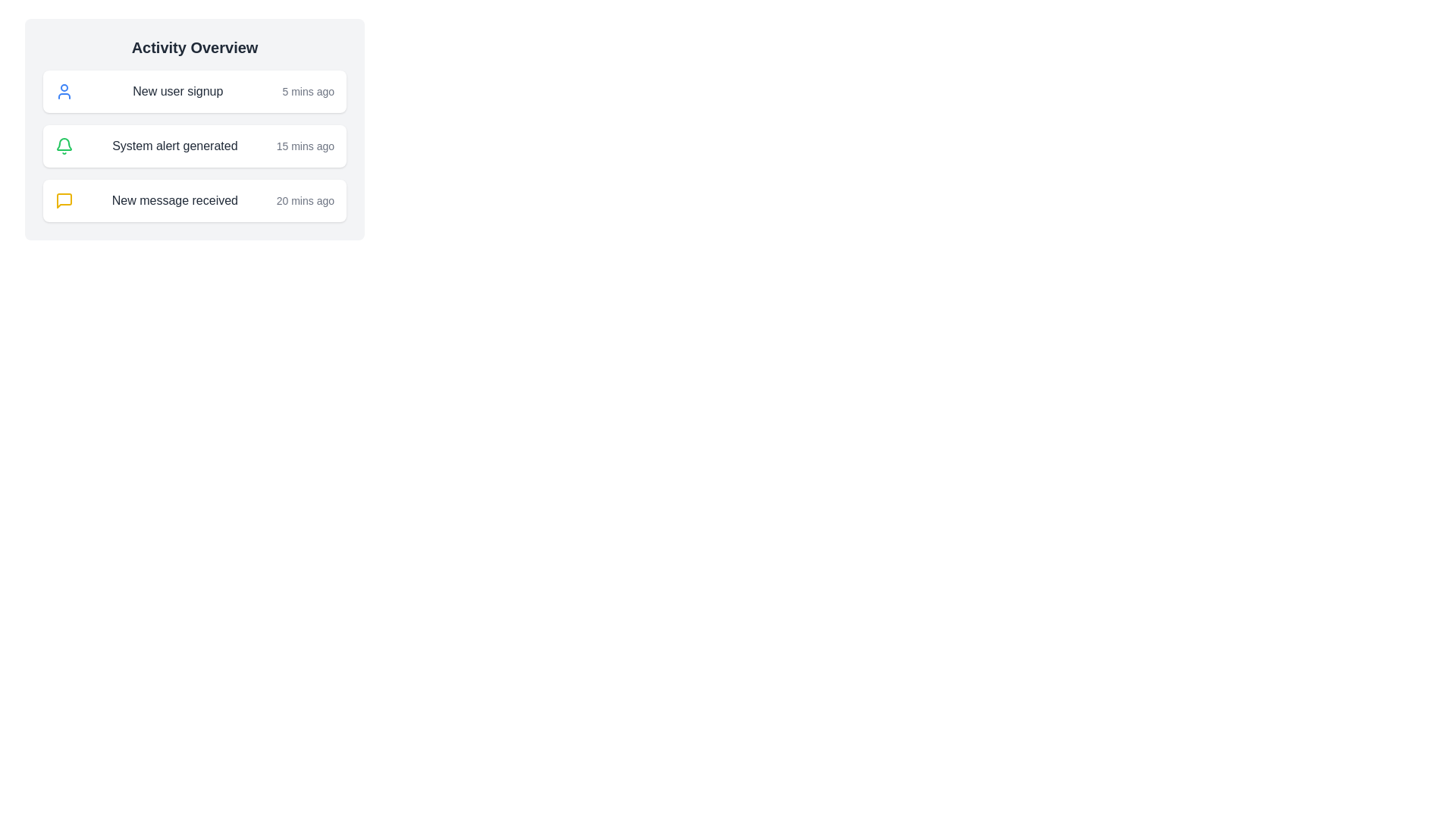 The height and width of the screenshot is (819, 1456). I want to click on the bell icon that indicates a system-generated alert, located at the beginning of the second card in the vertical list, to the left of the text 'System alert generated', so click(64, 146).